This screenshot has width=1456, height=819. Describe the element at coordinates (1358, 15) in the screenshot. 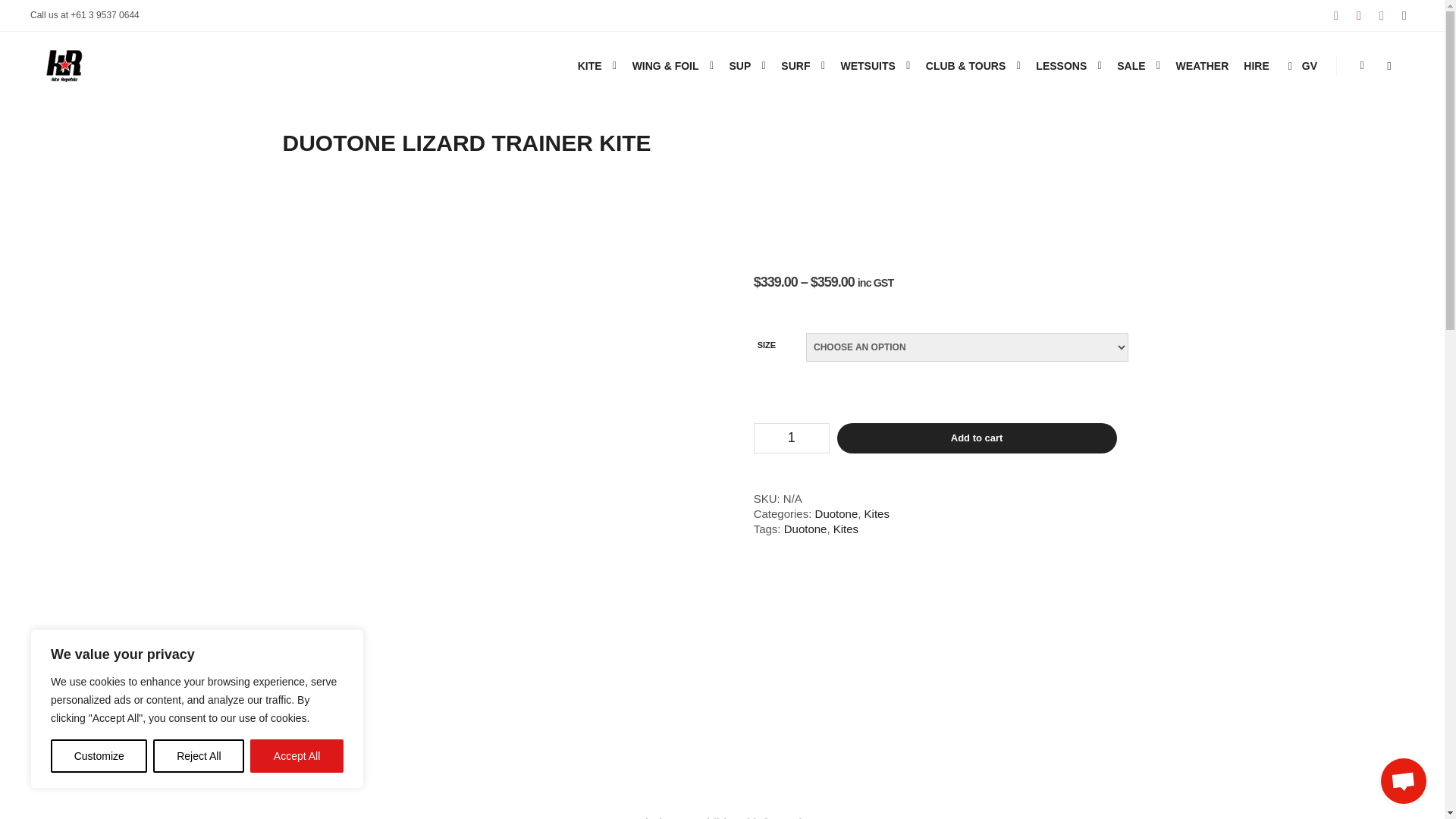

I see `'YouTube'` at that location.